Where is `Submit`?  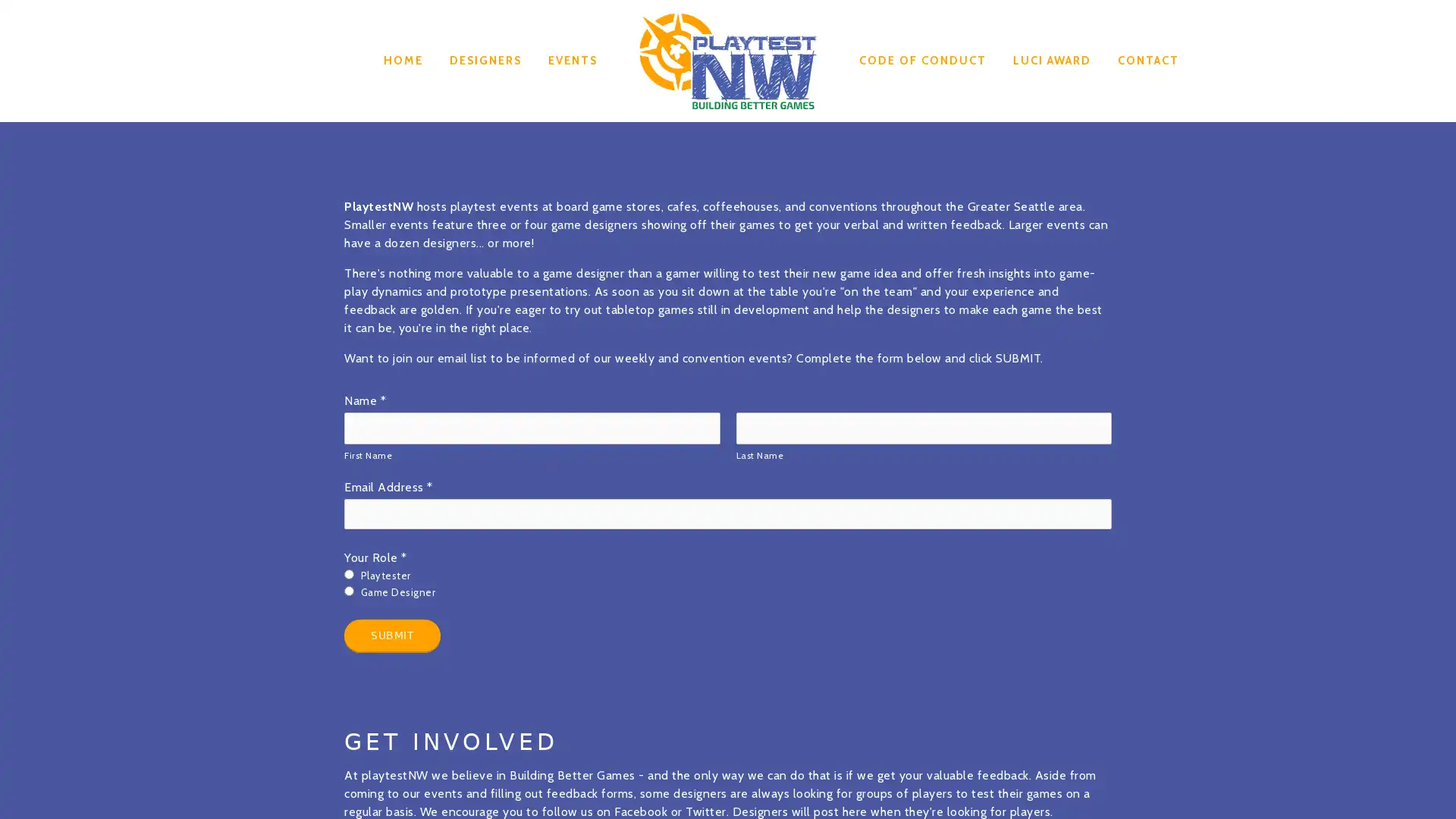
Submit is located at coordinates (392, 635).